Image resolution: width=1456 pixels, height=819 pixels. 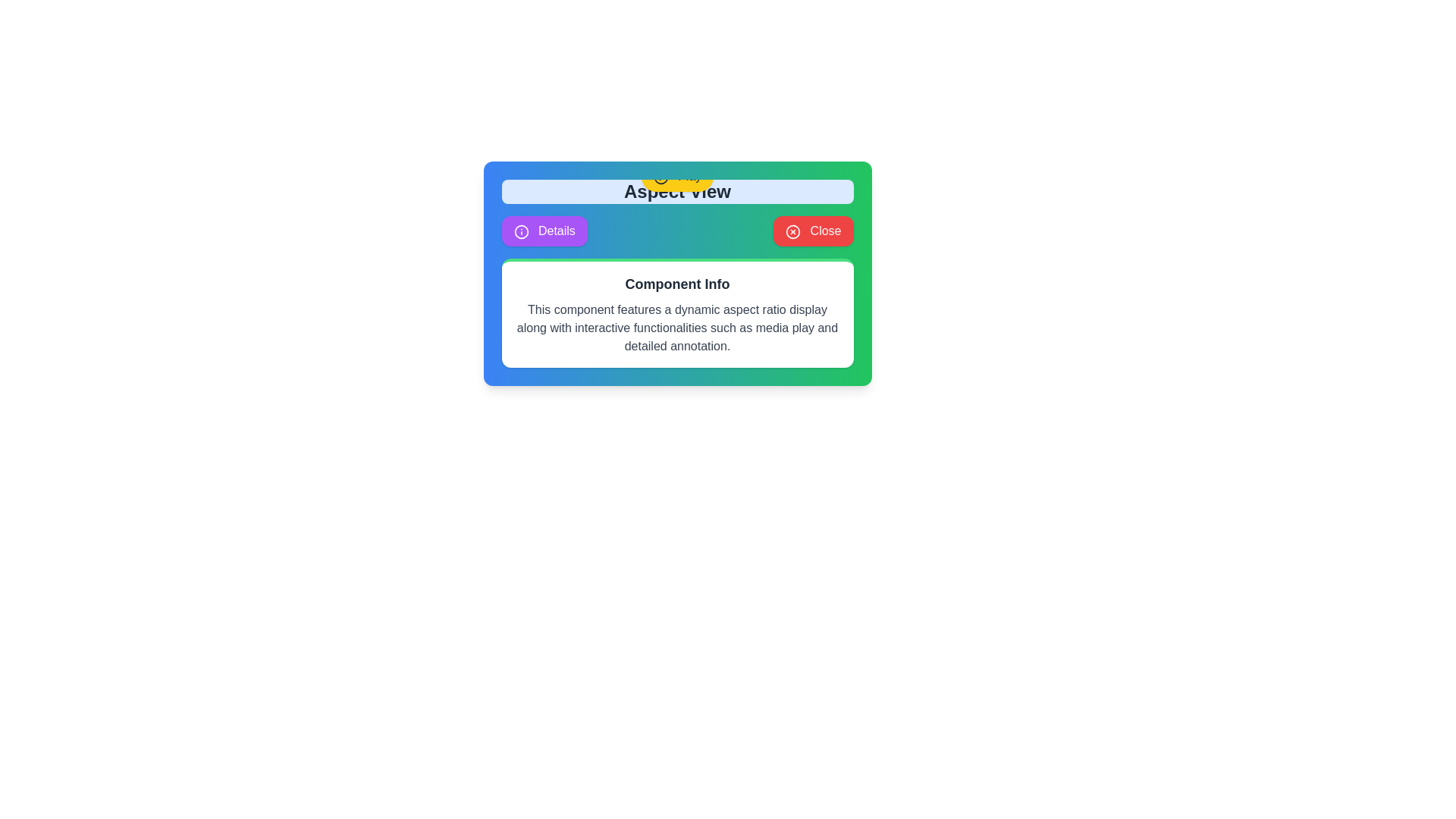 I want to click on the 'Play' action icon, which is located inside the 'Play' button and is centered to the left of the text label 'Play', so click(x=661, y=176).